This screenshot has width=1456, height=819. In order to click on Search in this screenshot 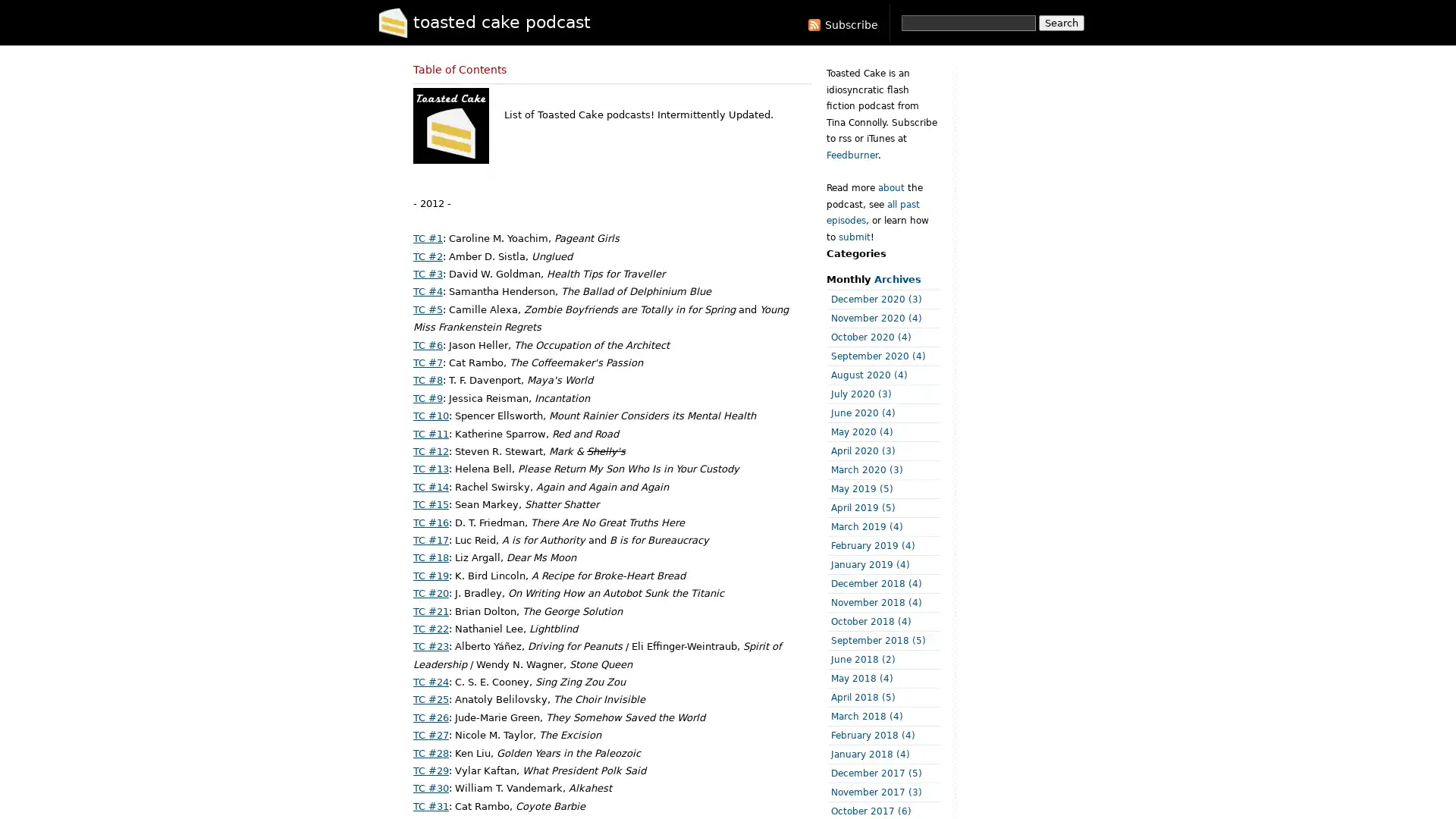, I will do `click(1061, 23)`.